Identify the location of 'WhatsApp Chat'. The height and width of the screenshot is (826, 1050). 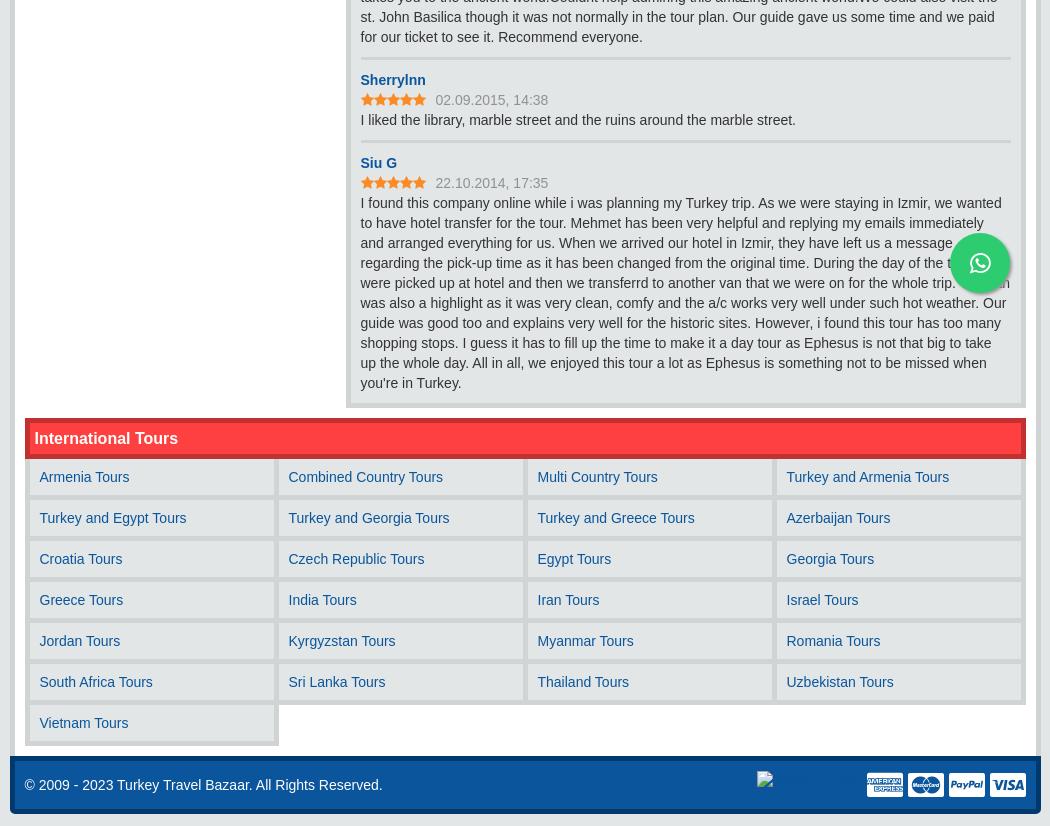
(873, 266).